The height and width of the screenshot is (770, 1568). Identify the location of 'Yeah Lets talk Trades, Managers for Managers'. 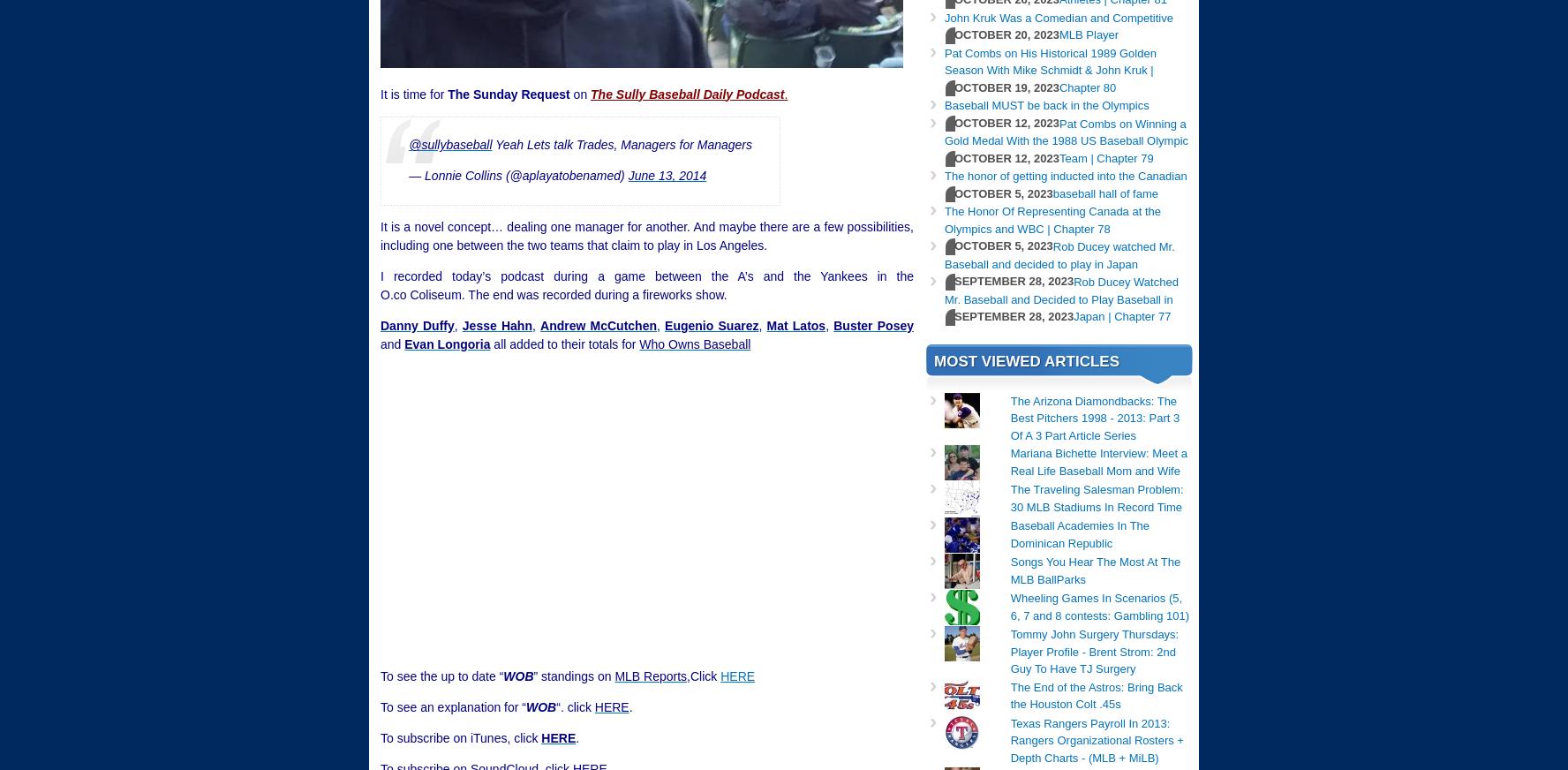
(622, 145).